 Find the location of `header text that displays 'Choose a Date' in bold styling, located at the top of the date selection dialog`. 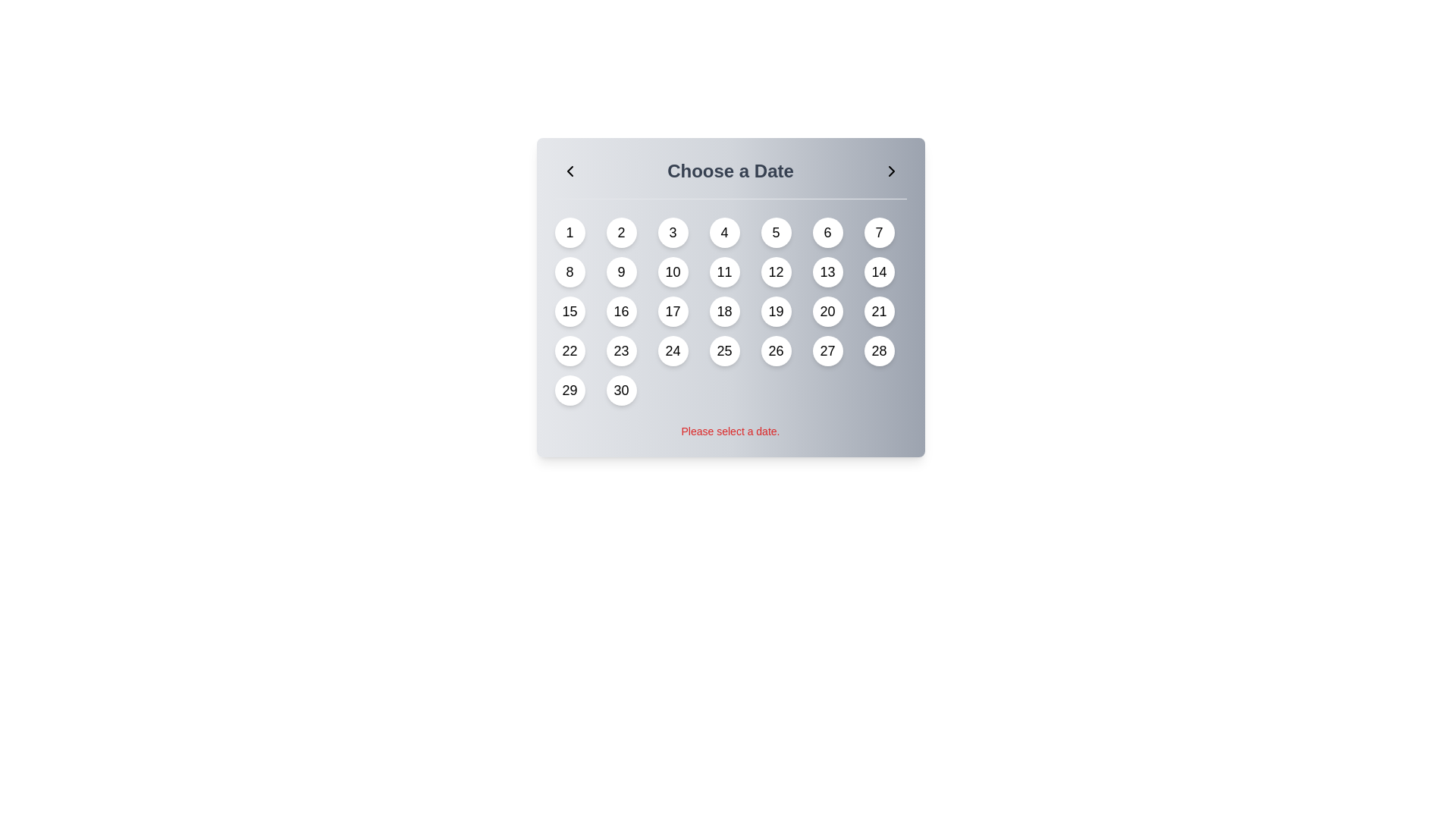

header text that displays 'Choose a Date' in bold styling, located at the top of the date selection dialog is located at coordinates (730, 177).